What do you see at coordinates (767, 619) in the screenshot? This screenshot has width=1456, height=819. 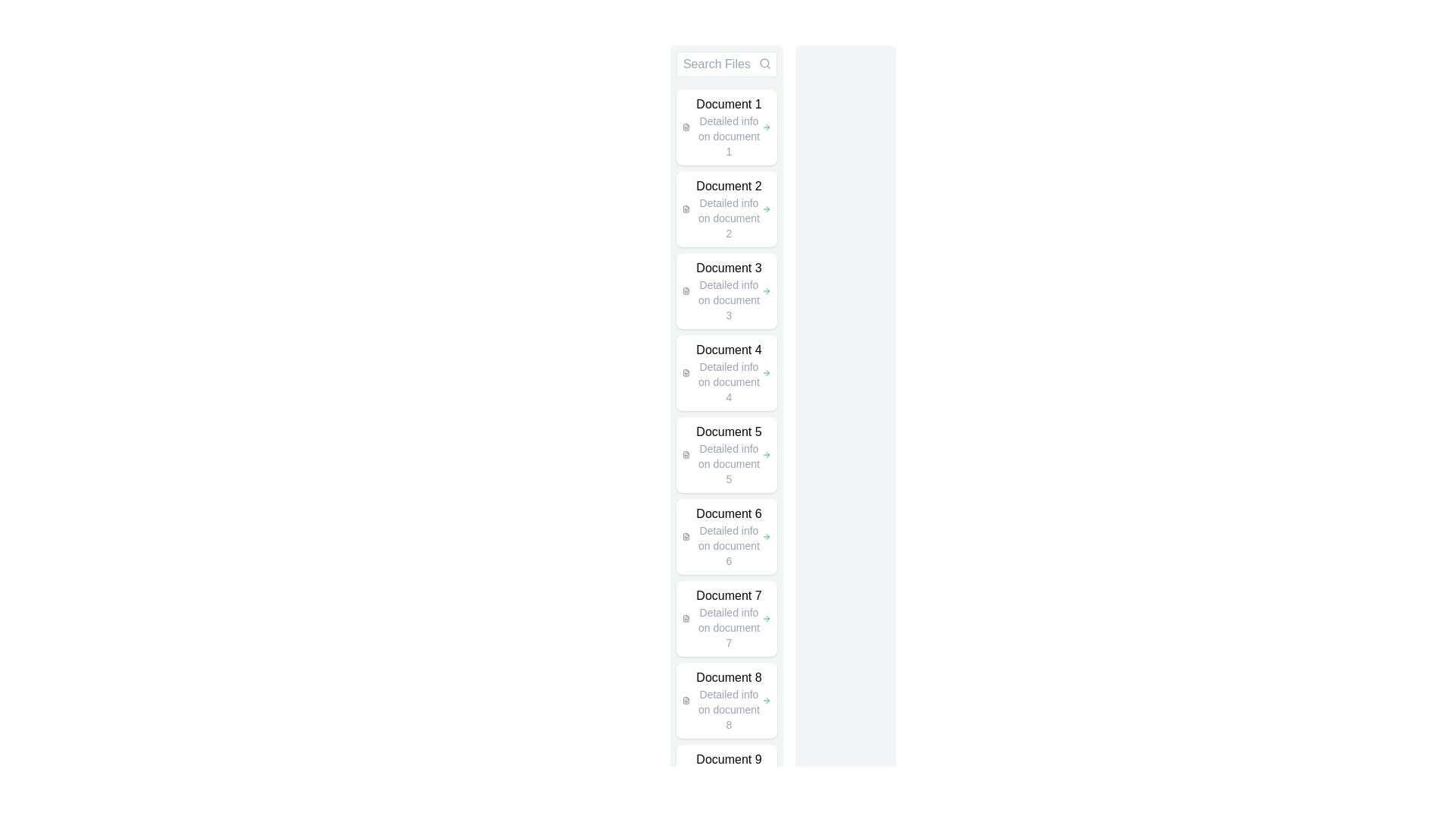 I see `the green arrow icon with a bold outline located at the far right of the informational card labeled 'Document 7'` at bounding box center [767, 619].